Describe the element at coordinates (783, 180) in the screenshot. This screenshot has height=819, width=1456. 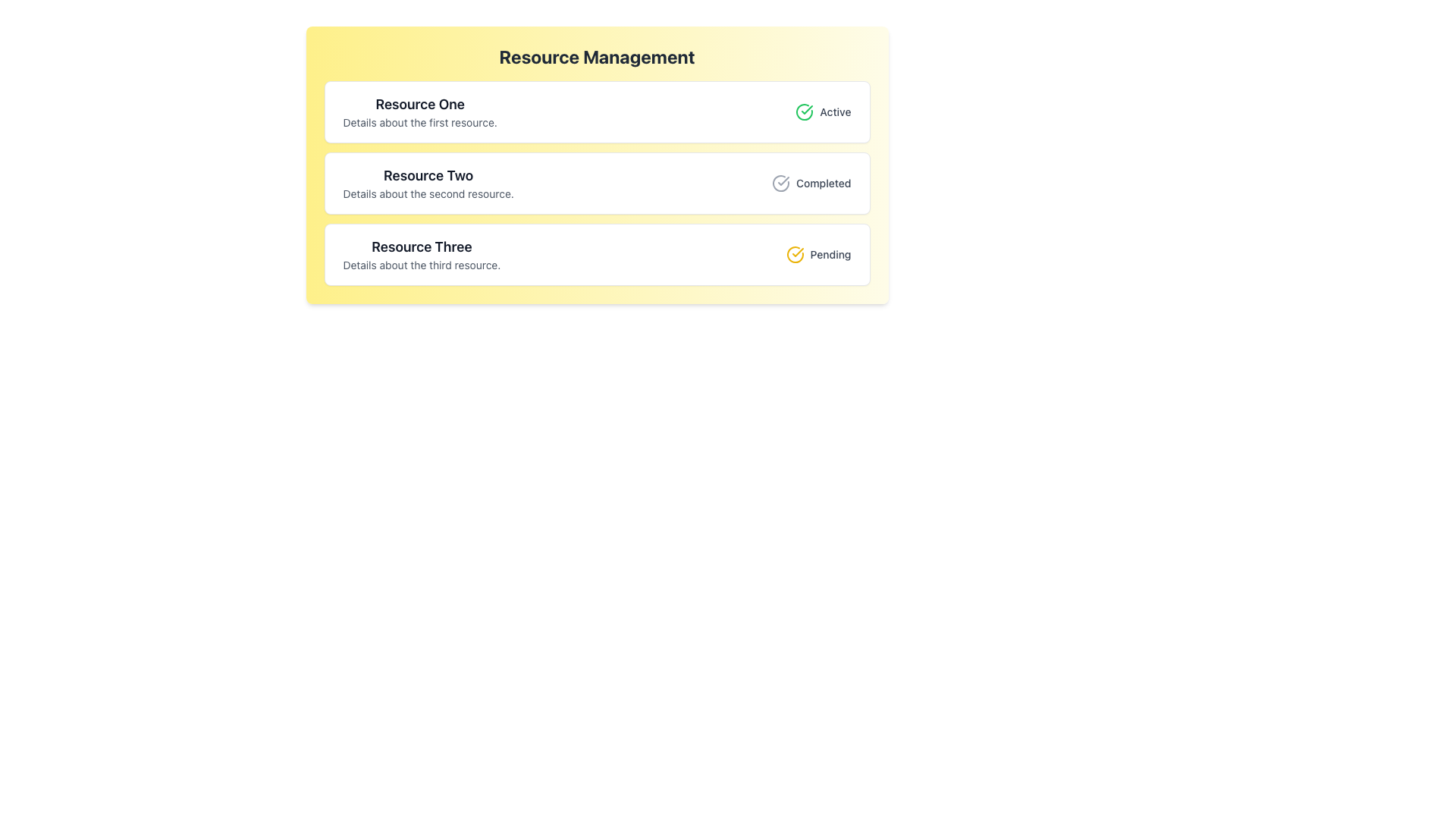
I see `the simplistic checkmark icon styled with a gray color, located in the top-right corner of the interface, indicating 'Active' status` at that location.